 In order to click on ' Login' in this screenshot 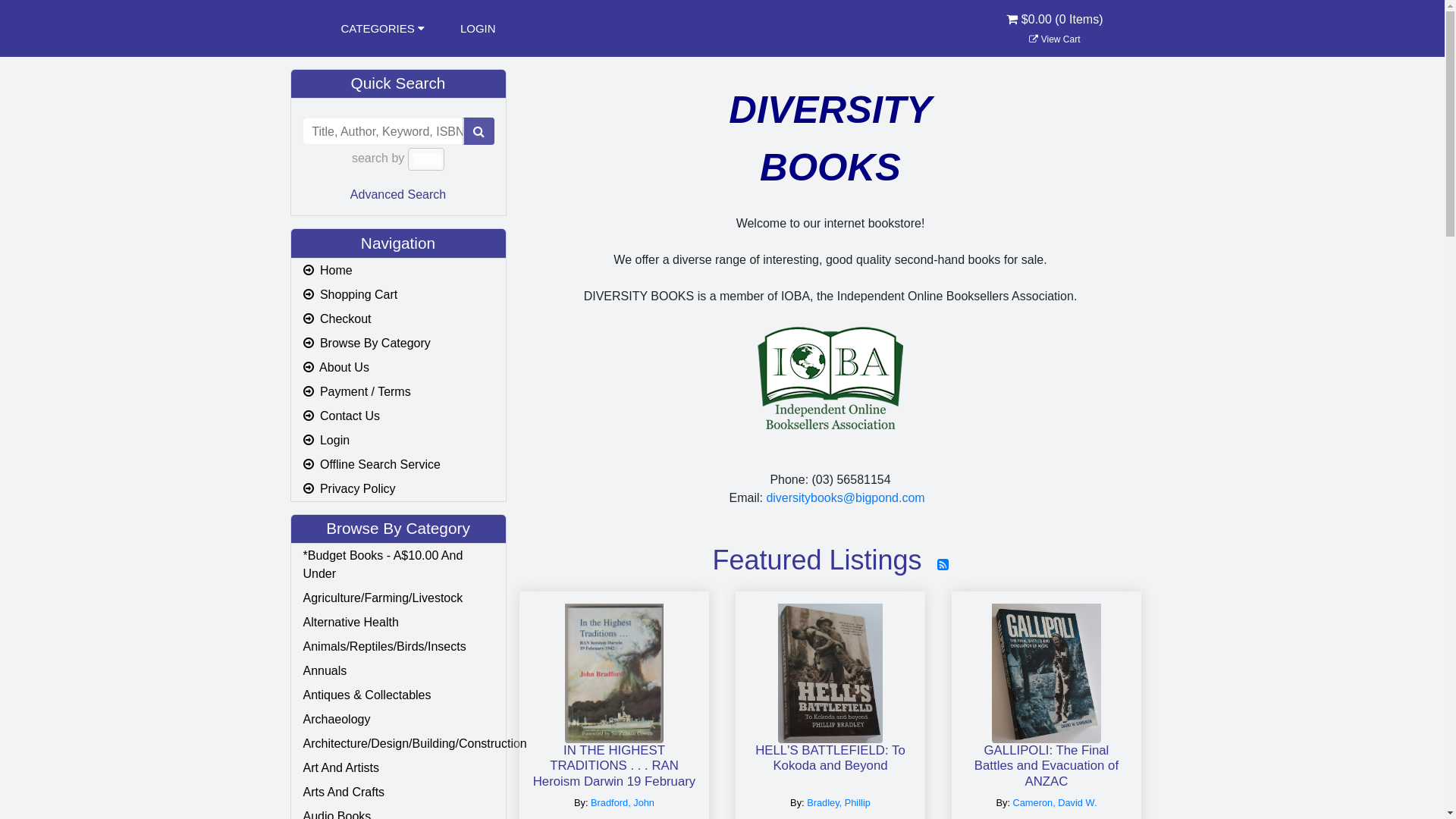, I will do `click(398, 441)`.